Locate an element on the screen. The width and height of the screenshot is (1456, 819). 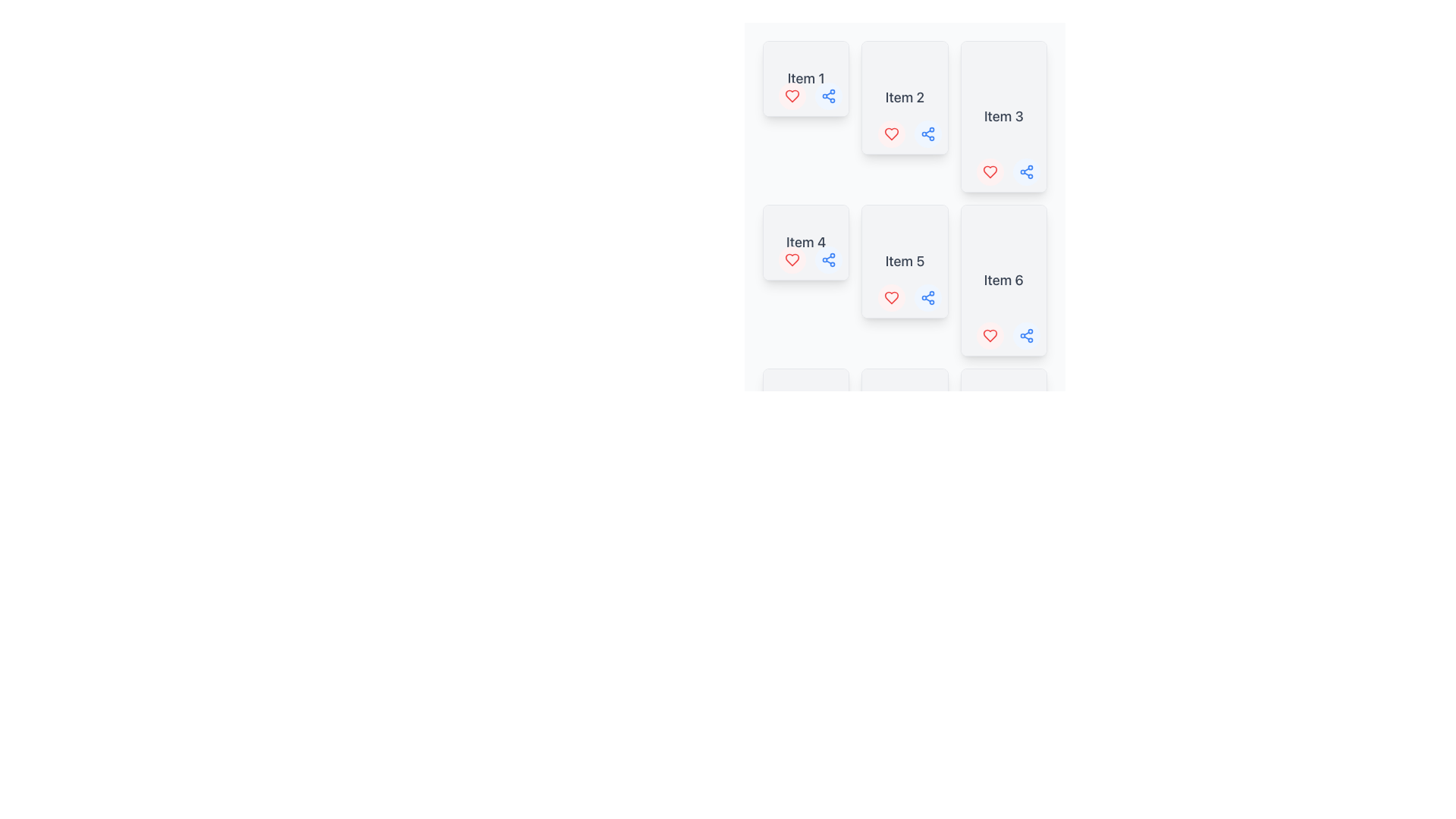
the circular button with a light blue background and a share icon is located at coordinates (828, 259).